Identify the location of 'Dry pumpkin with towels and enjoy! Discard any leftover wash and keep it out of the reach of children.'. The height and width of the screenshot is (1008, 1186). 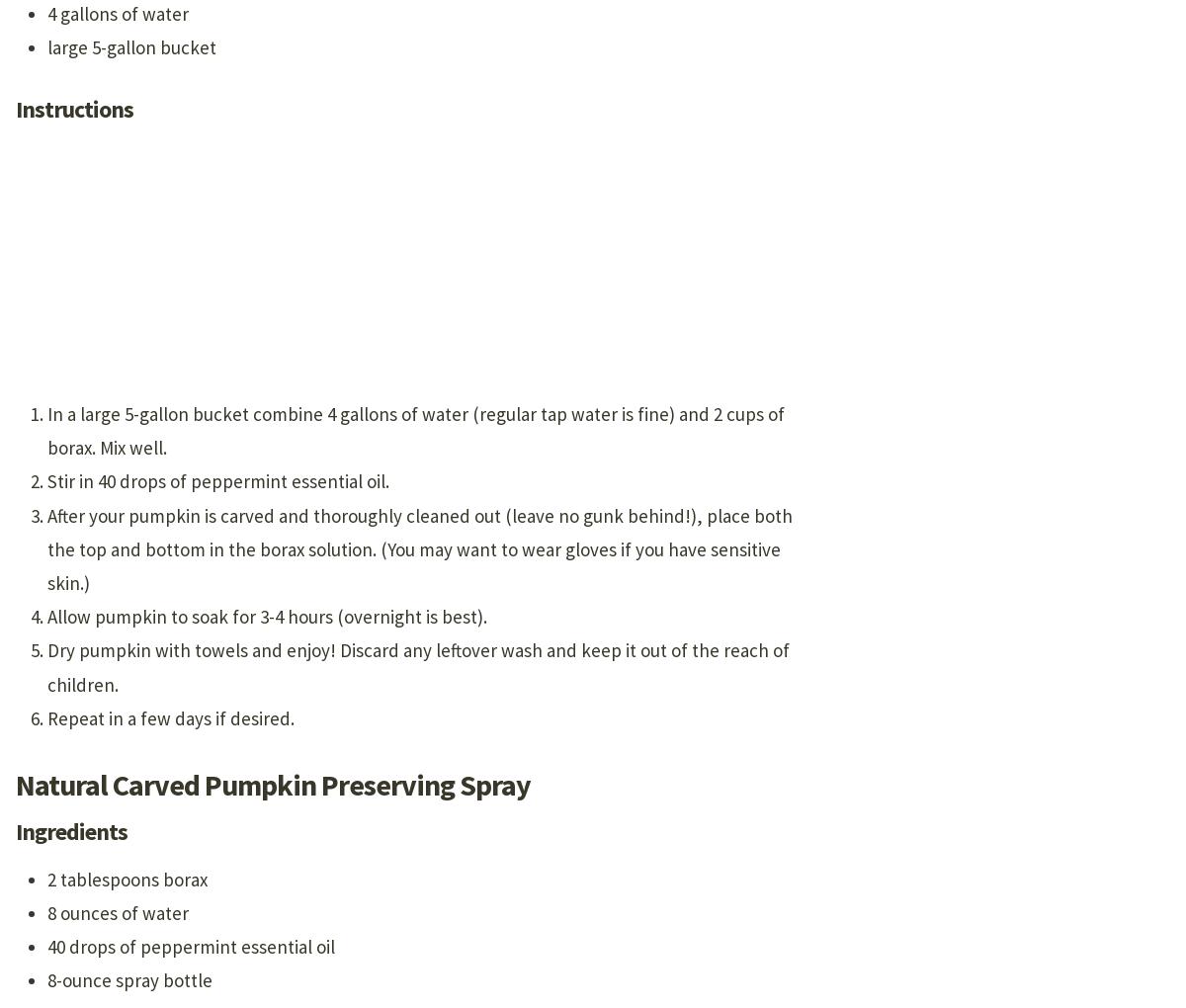
(418, 667).